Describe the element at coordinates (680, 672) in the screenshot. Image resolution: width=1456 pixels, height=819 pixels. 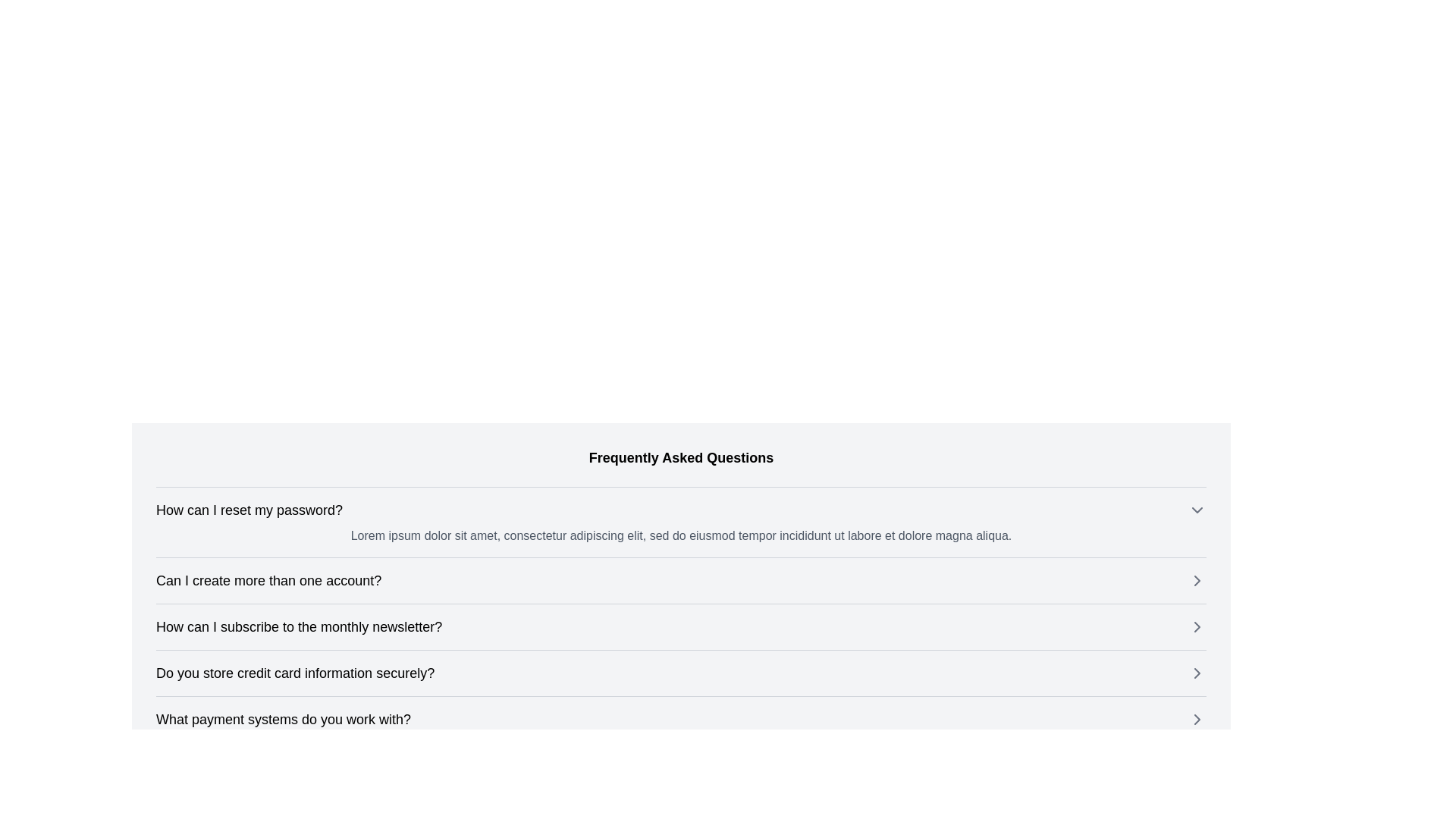
I see `text of the fourth entry in the FAQ list by clicking on the clickable question` at that location.